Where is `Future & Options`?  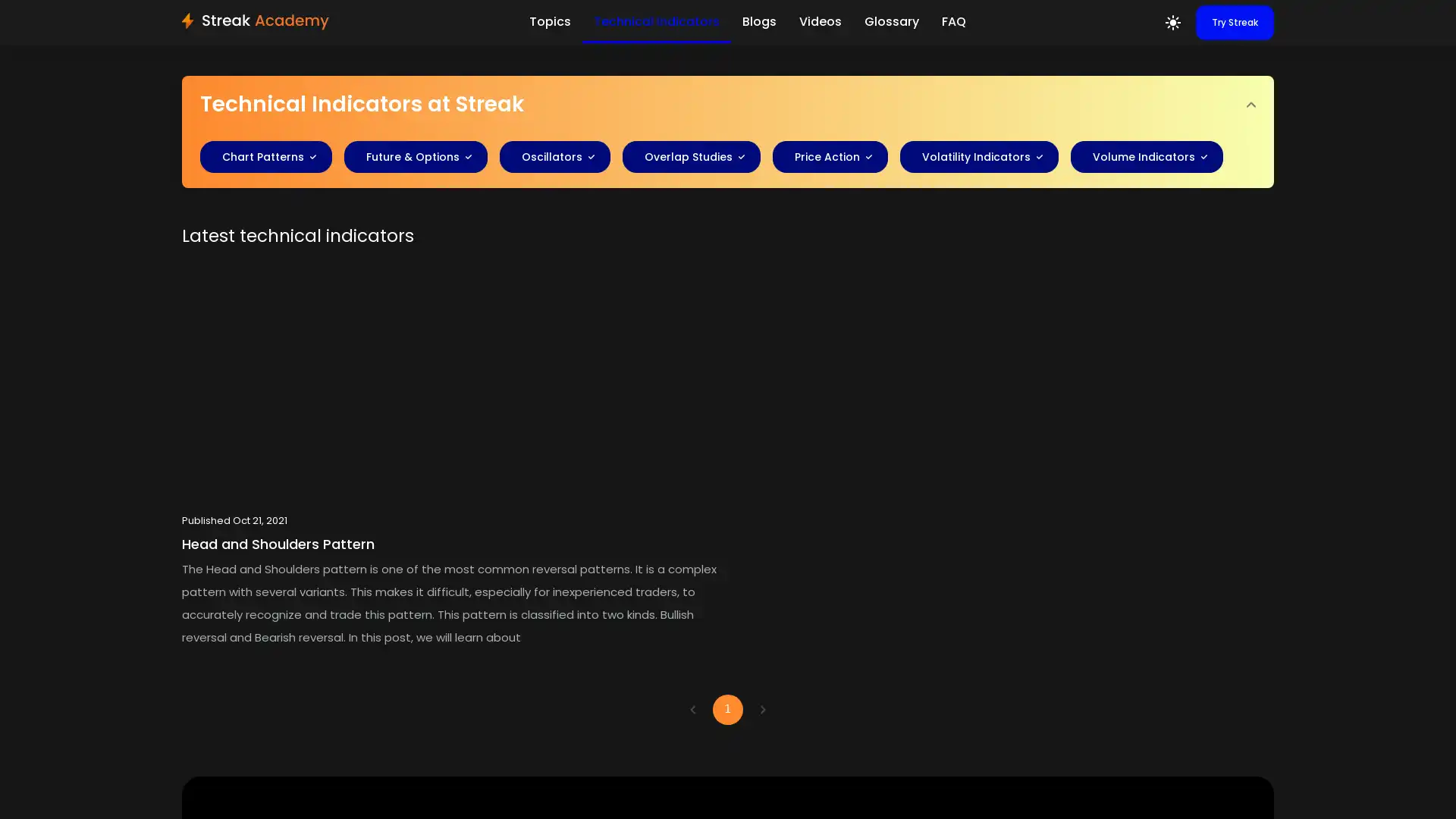
Future & Options is located at coordinates (410, 157).